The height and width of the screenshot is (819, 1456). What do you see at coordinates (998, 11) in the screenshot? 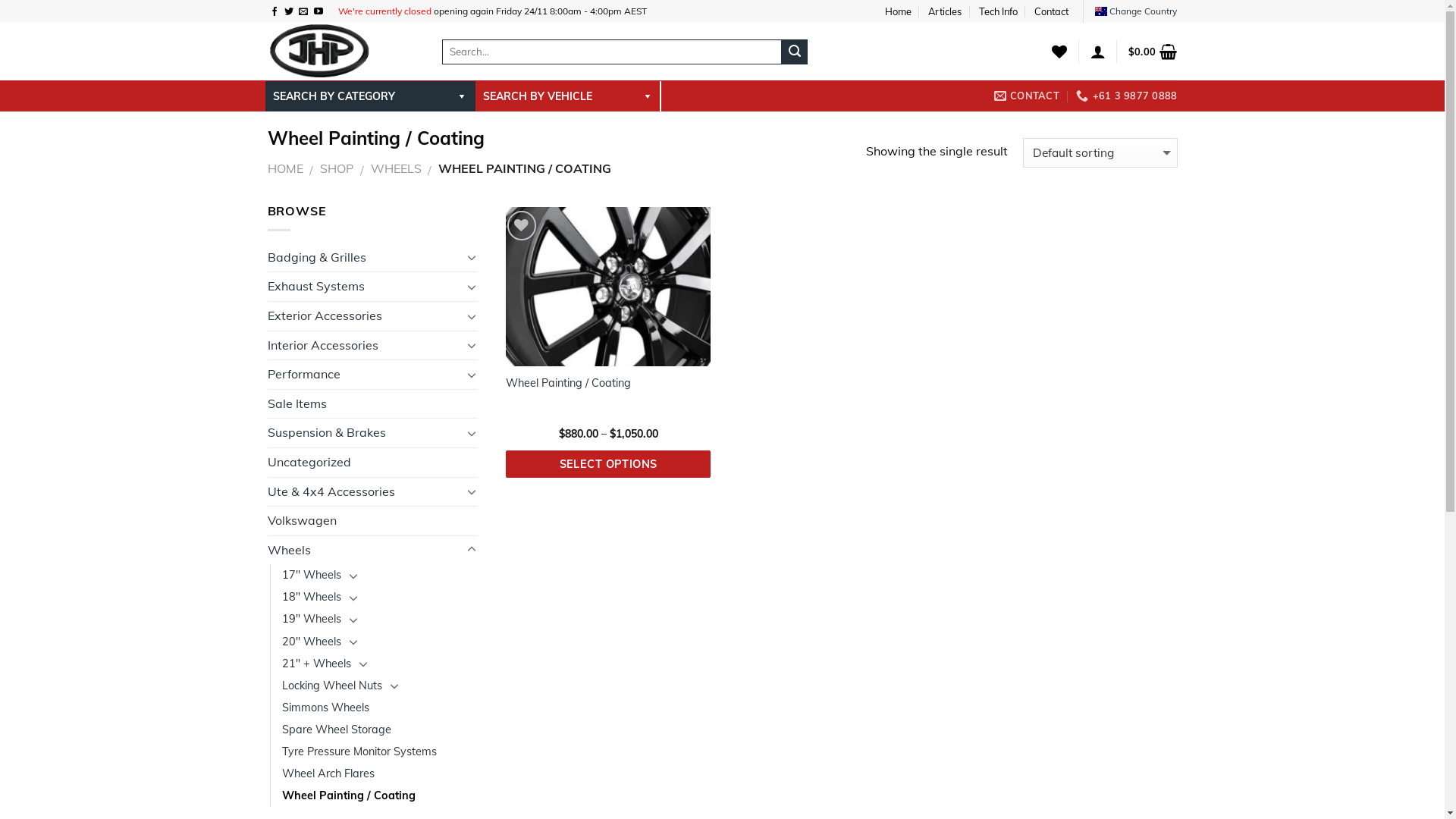
I see `'Tech Info'` at bounding box center [998, 11].